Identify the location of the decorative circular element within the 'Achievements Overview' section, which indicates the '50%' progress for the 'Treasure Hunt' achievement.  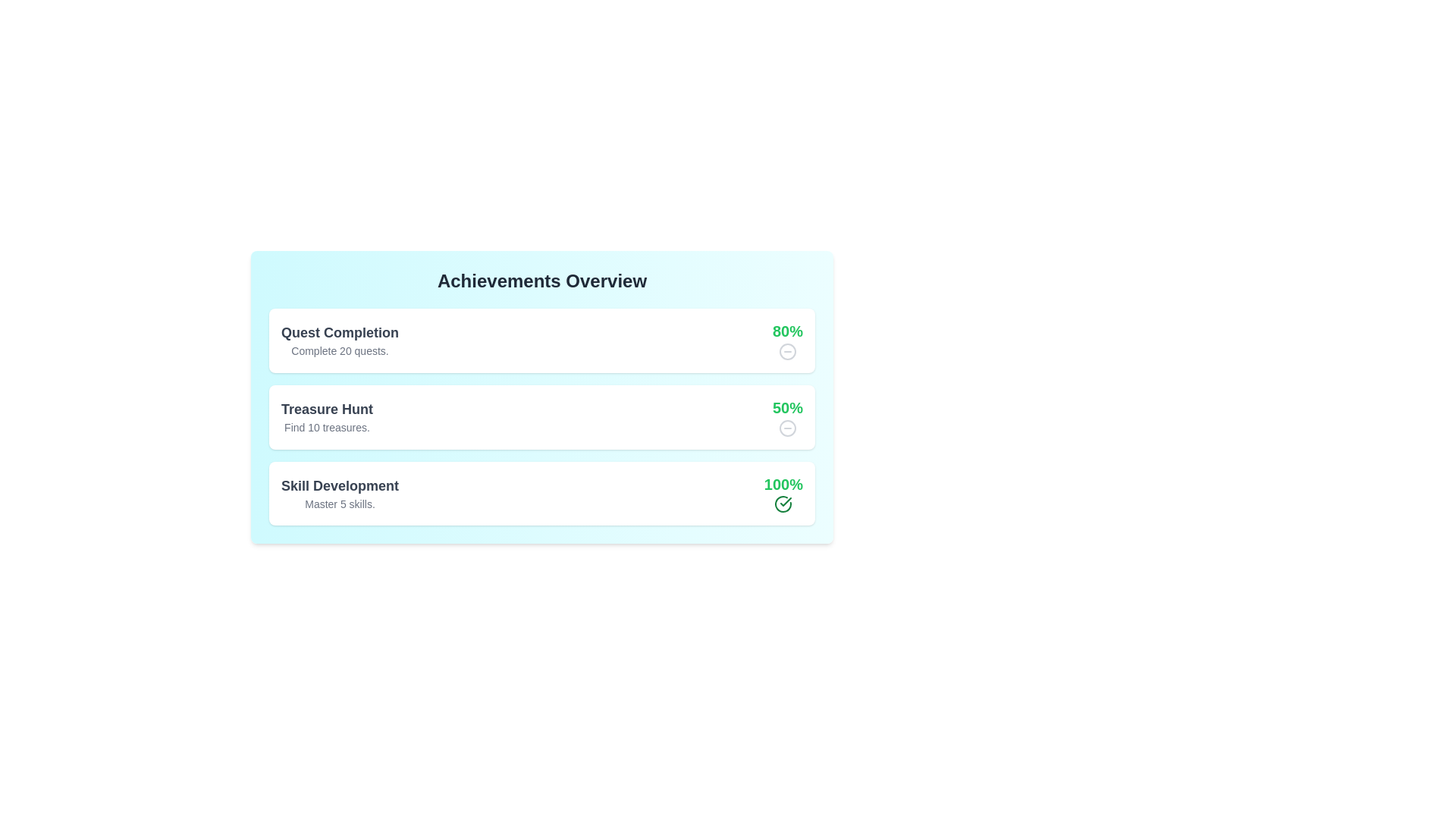
(787, 428).